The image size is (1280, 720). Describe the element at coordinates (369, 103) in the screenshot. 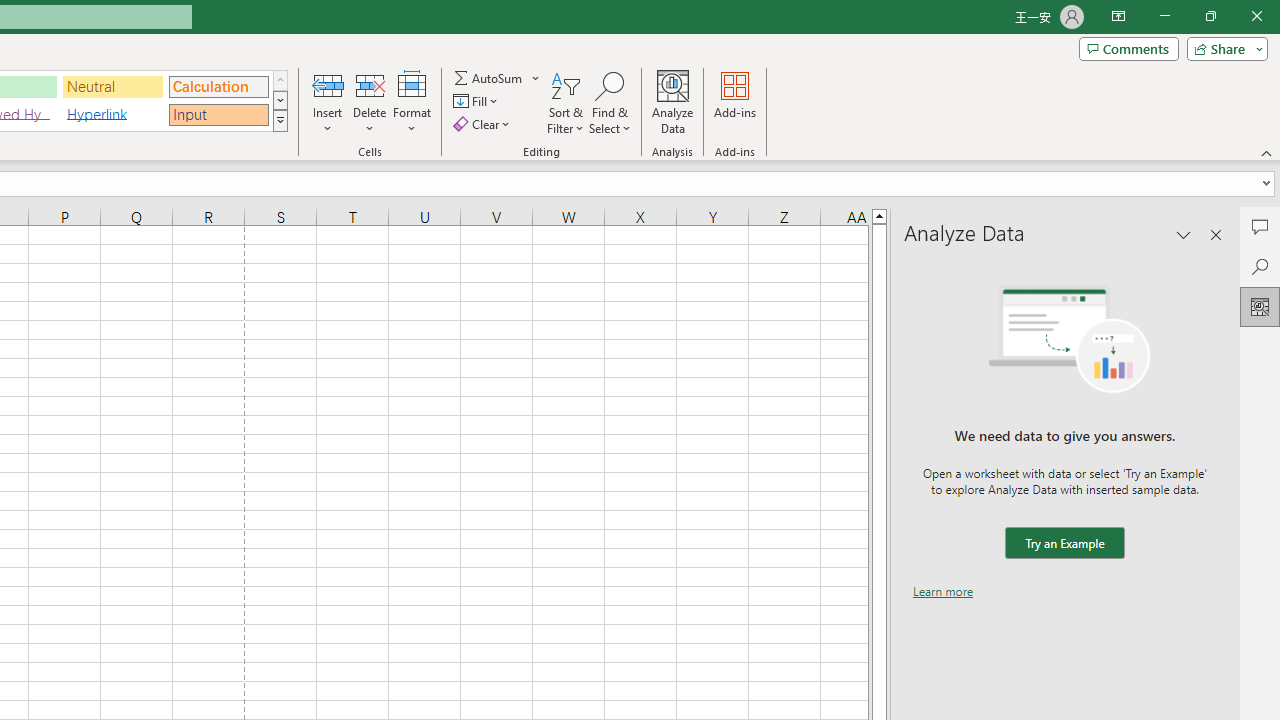

I see `'Delete'` at that location.